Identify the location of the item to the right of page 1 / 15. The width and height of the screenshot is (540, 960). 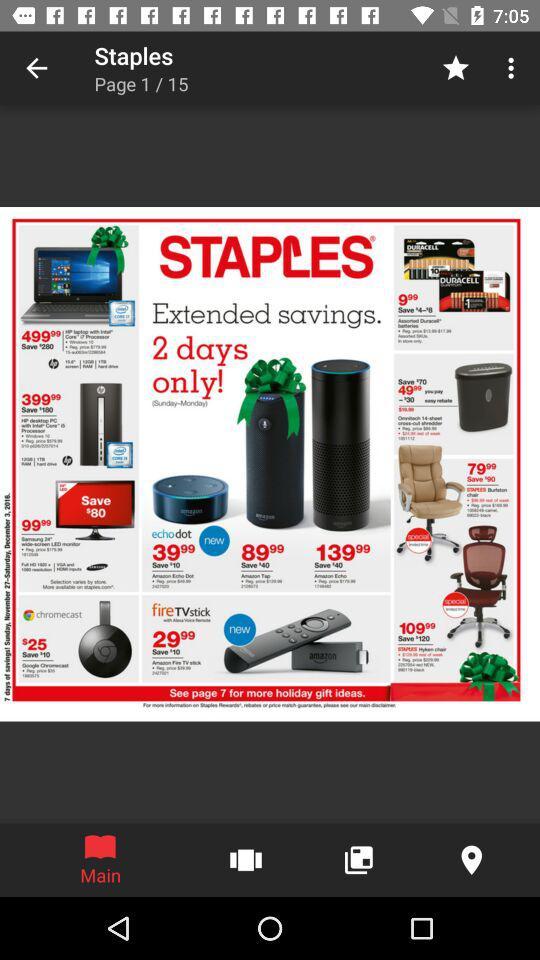
(455, 68).